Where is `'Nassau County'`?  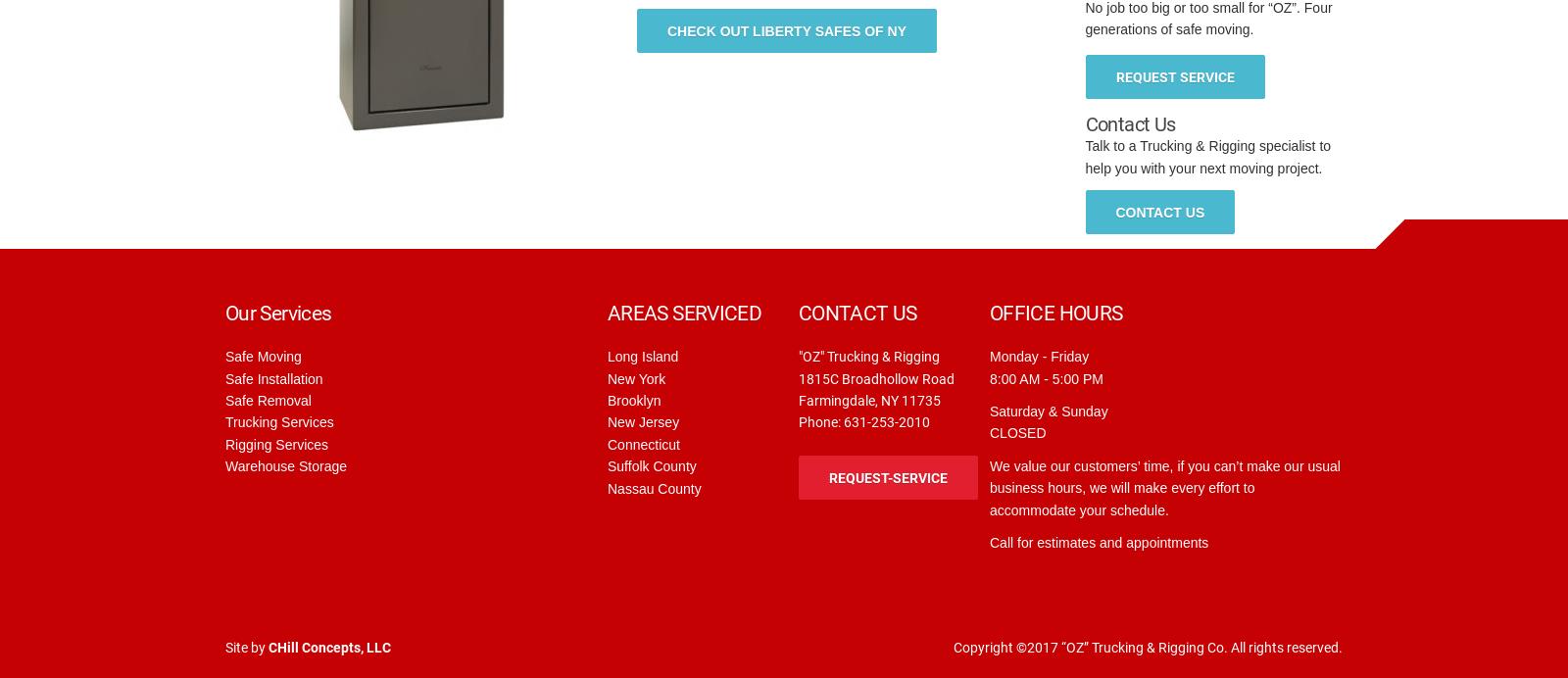
'Nassau County' is located at coordinates (654, 487).